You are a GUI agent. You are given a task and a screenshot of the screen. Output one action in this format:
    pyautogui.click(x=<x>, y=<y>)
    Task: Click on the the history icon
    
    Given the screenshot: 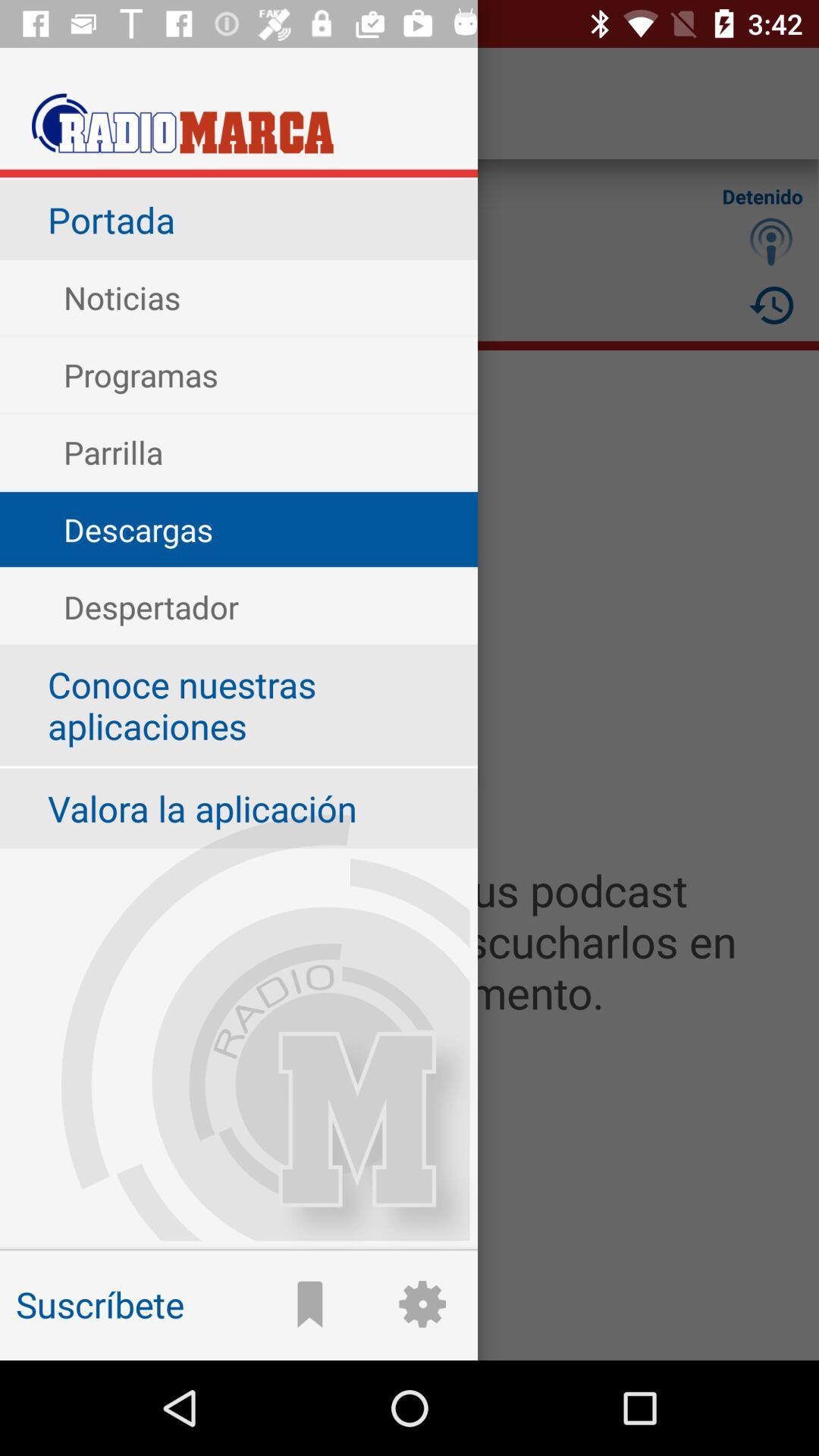 What is the action you would take?
    pyautogui.click(x=771, y=304)
    